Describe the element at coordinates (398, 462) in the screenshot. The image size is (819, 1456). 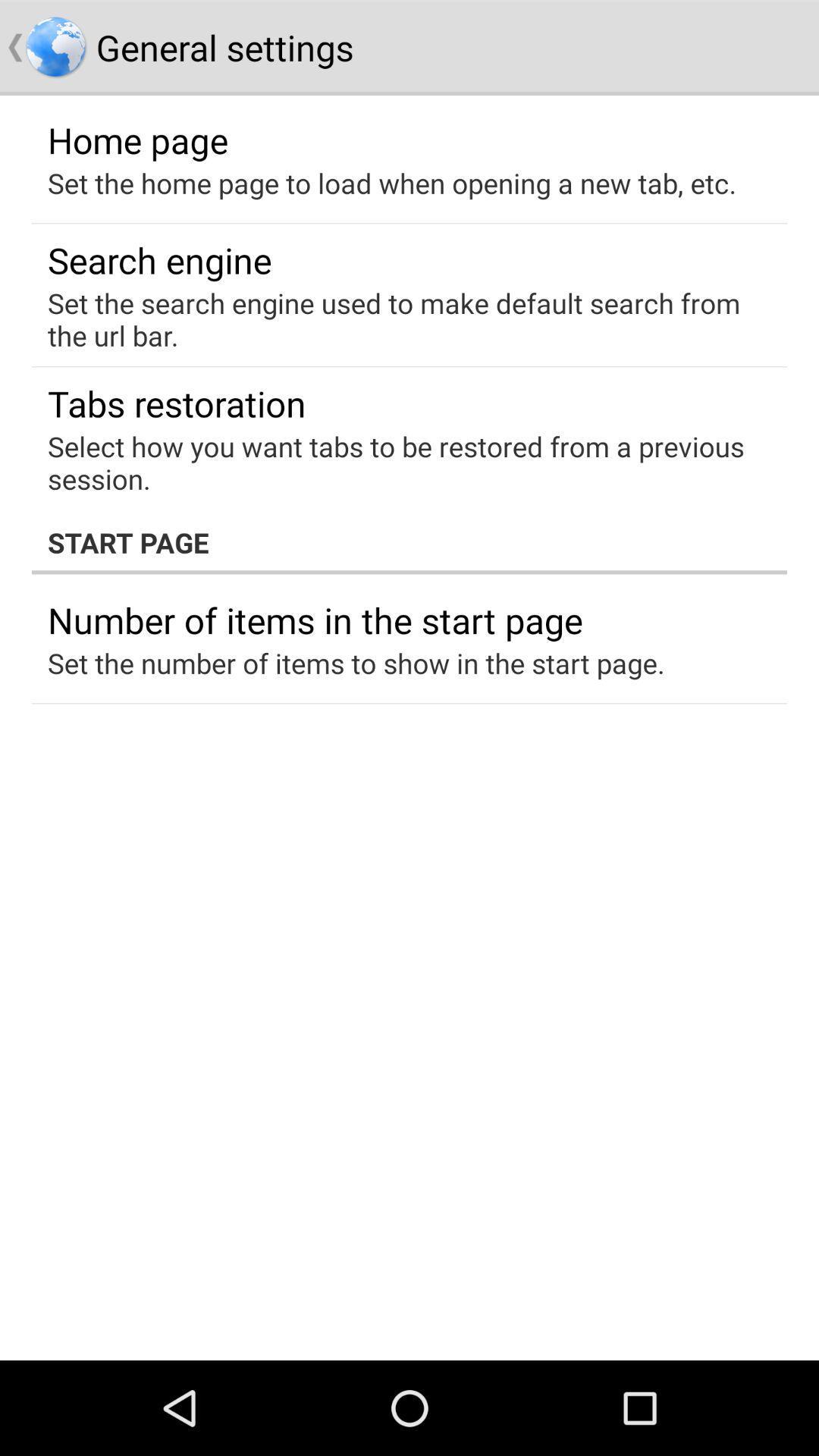
I see `select how you app` at that location.